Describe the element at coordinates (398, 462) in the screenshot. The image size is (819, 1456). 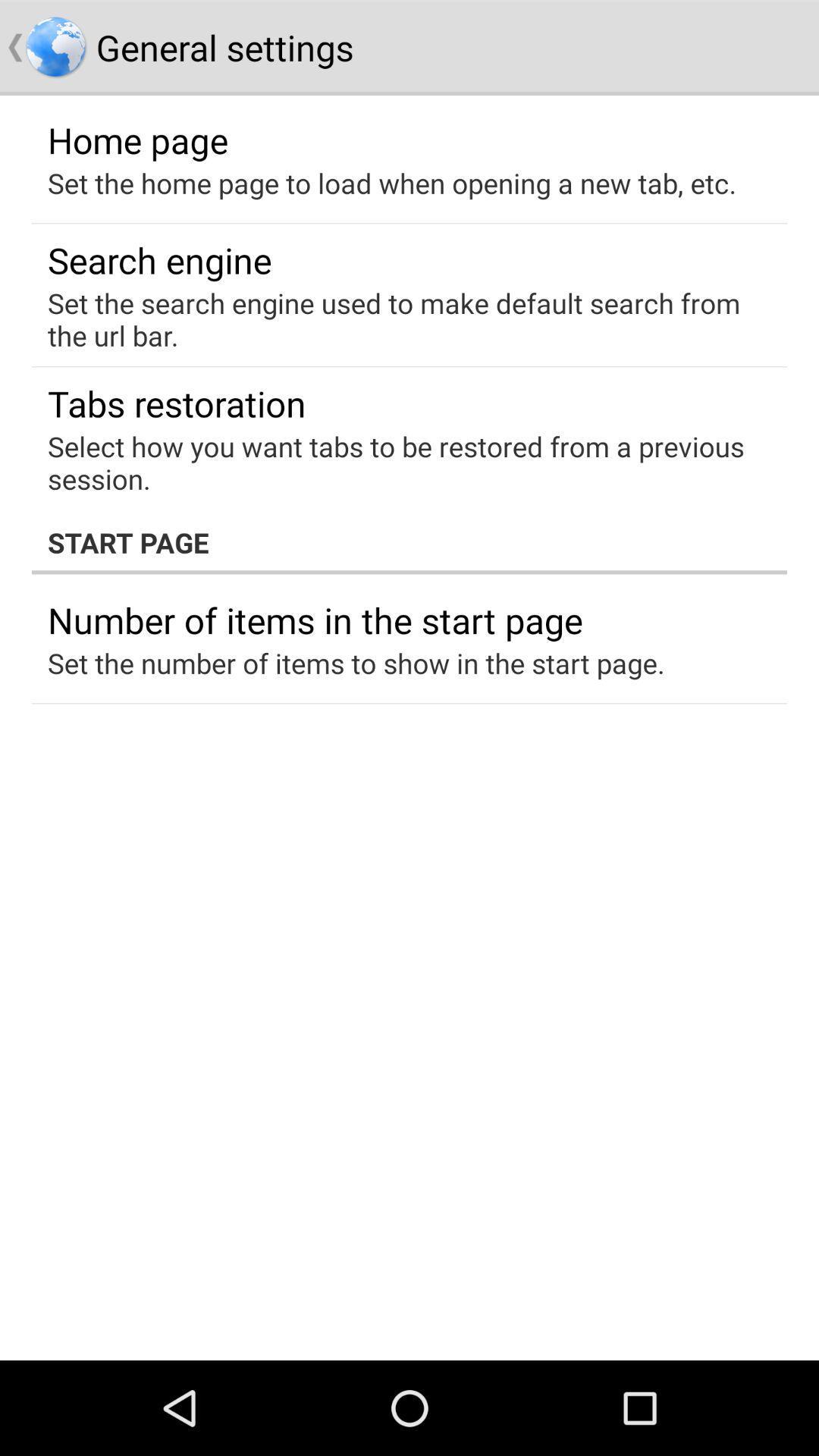
I see `select how you app` at that location.